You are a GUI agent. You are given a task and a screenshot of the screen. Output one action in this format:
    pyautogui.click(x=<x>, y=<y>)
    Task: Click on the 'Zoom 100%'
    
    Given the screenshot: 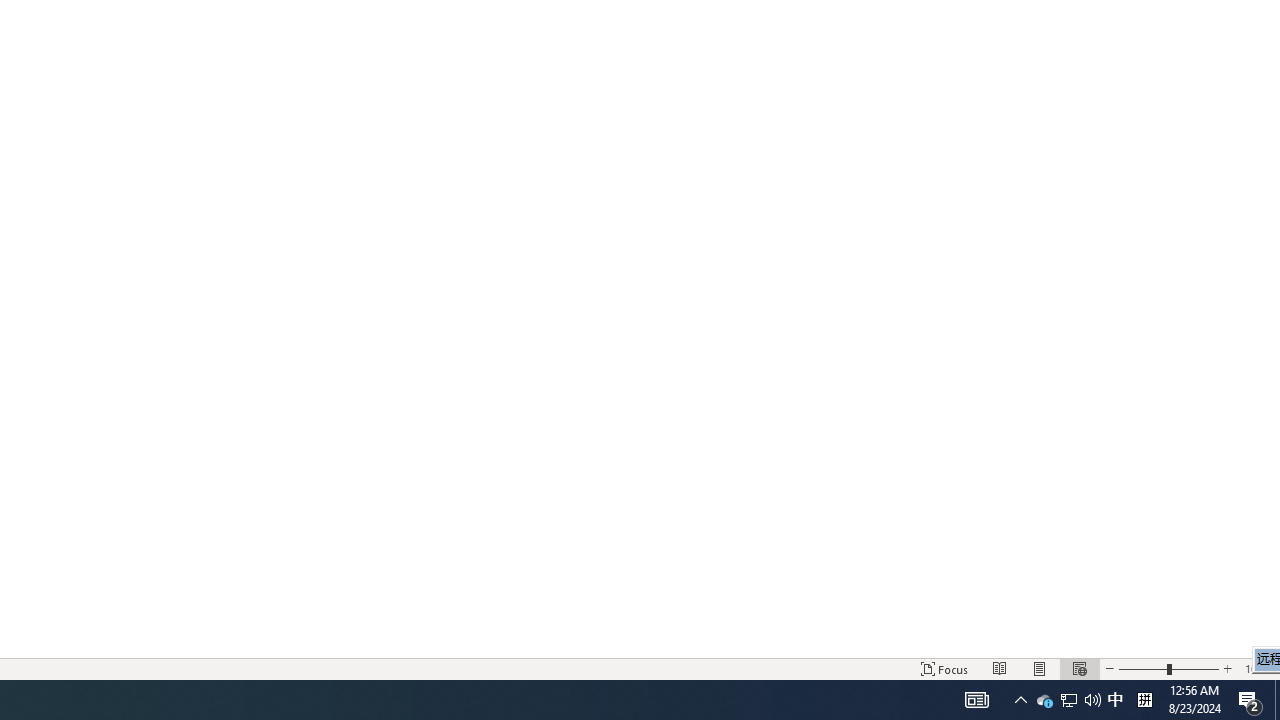 What is the action you would take?
    pyautogui.click(x=1257, y=669)
    